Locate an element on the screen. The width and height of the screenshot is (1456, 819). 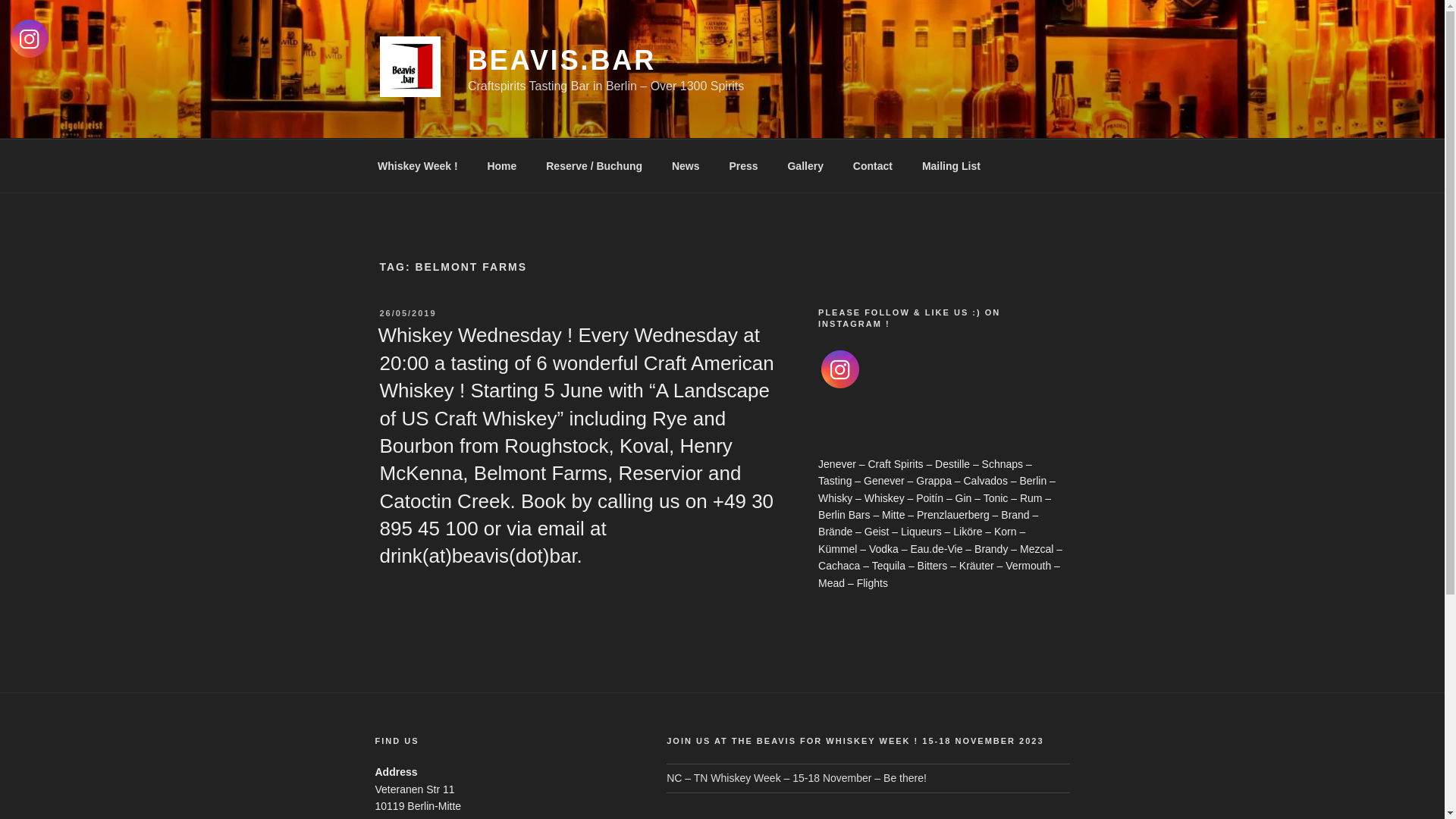
'Contact' is located at coordinates (872, 165).